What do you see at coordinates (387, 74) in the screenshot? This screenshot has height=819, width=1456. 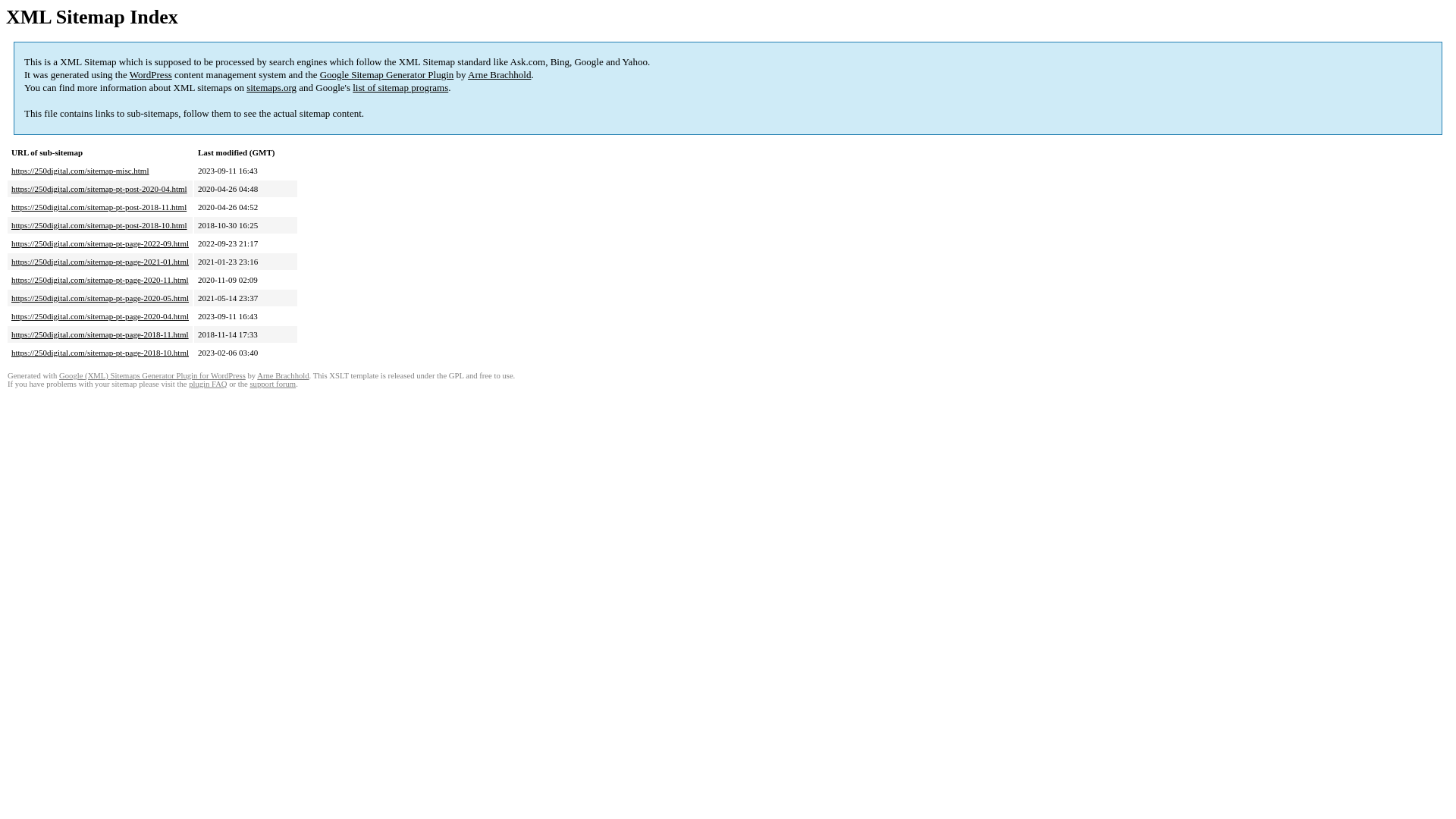 I see `'Google Sitemap Generator Plugin'` at bounding box center [387, 74].